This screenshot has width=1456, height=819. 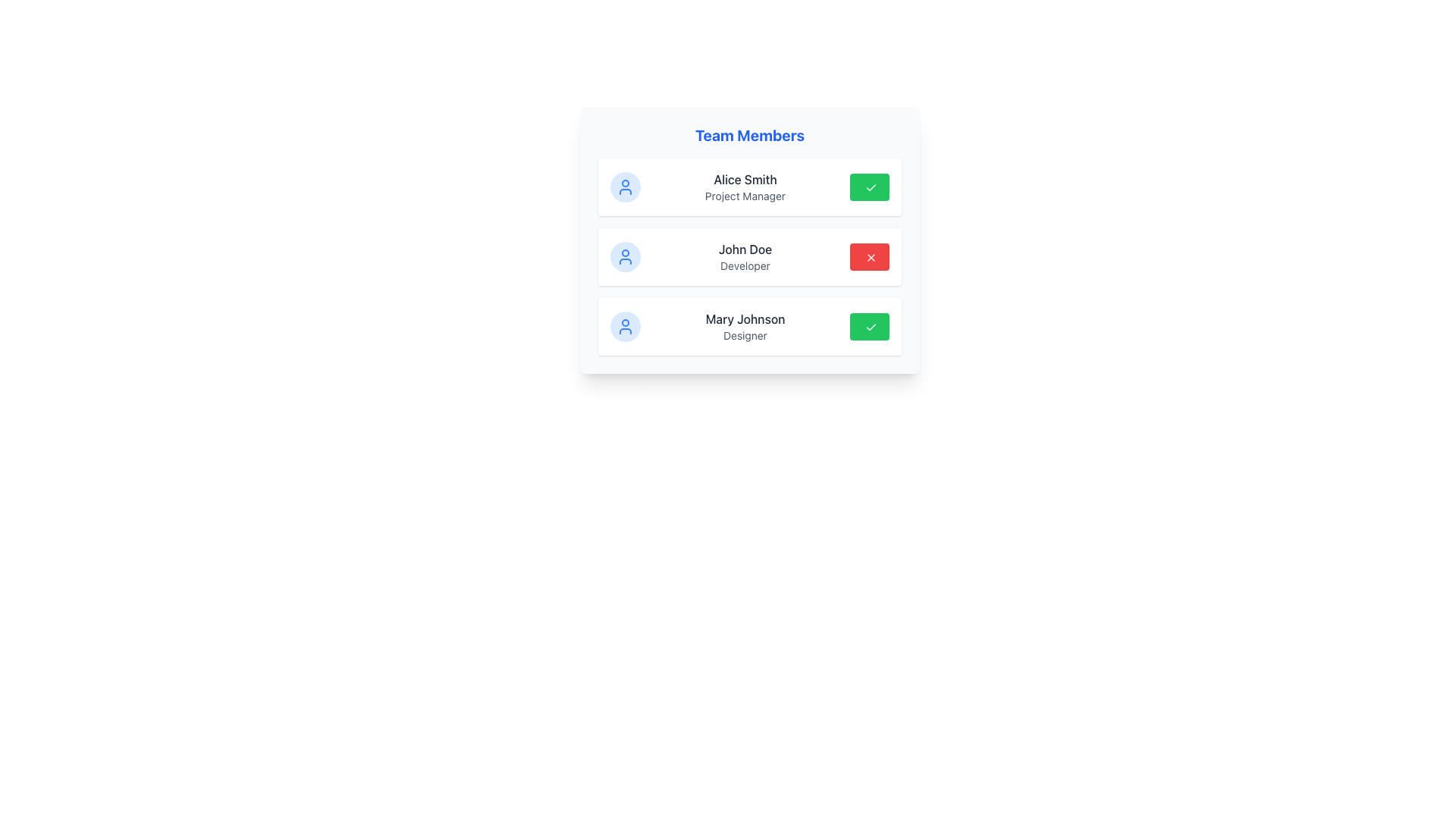 What do you see at coordinates (626, 326) in the screenshot?
I see `the decorative or informational icon representing user 'Mary Johnson' located in the 'Mary Johnson Designer' section, to the left of the text 'Mary Johnson' and 'Designer'` at bounding box center [626, 326].